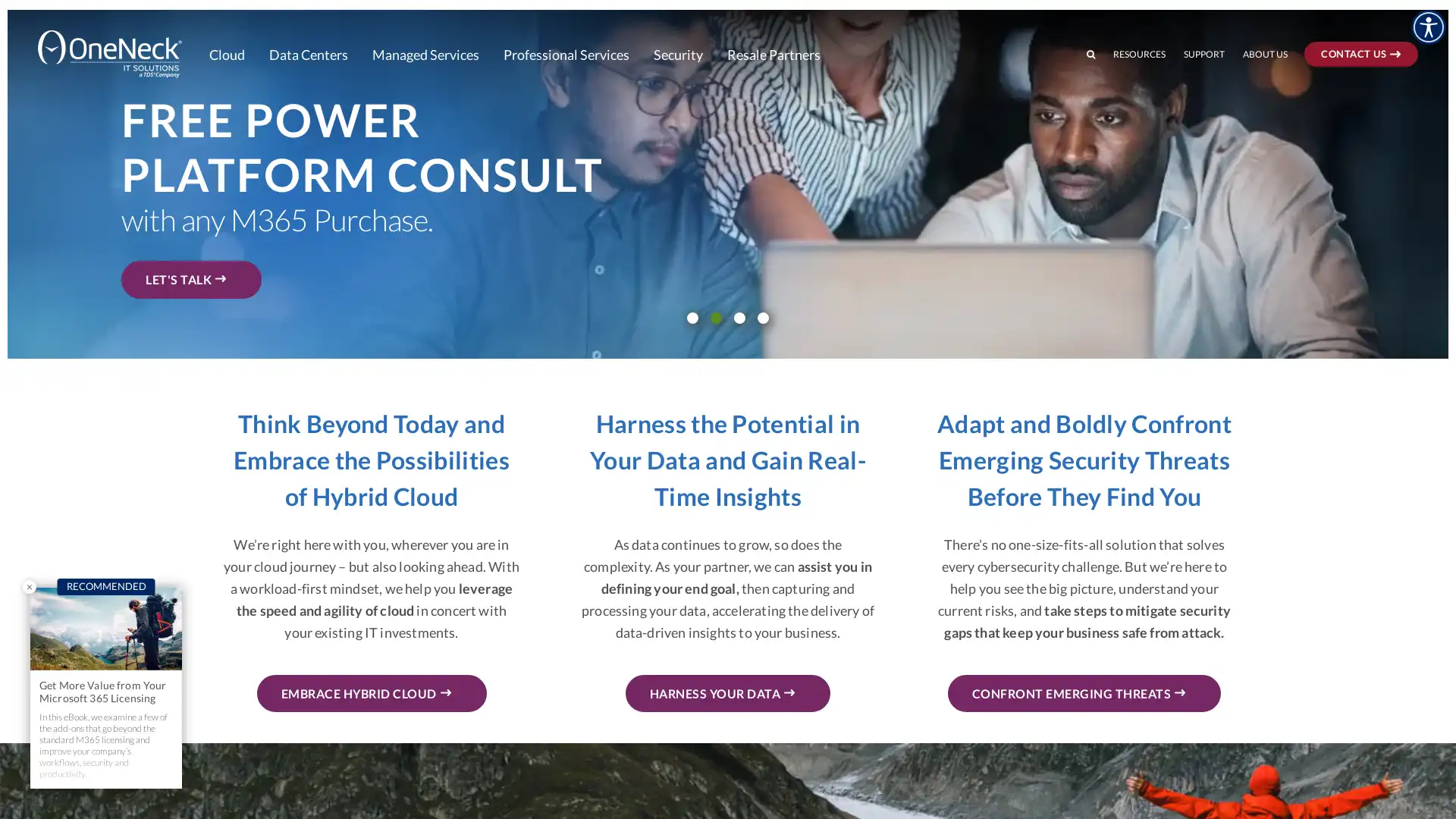 The height and width of the screenshot is (819, 1456). What do you see at coordinates (371, 693) in the screenshot?
I see `EMBRACE HYBRID CLOUD` at bounding box center [371, 693].